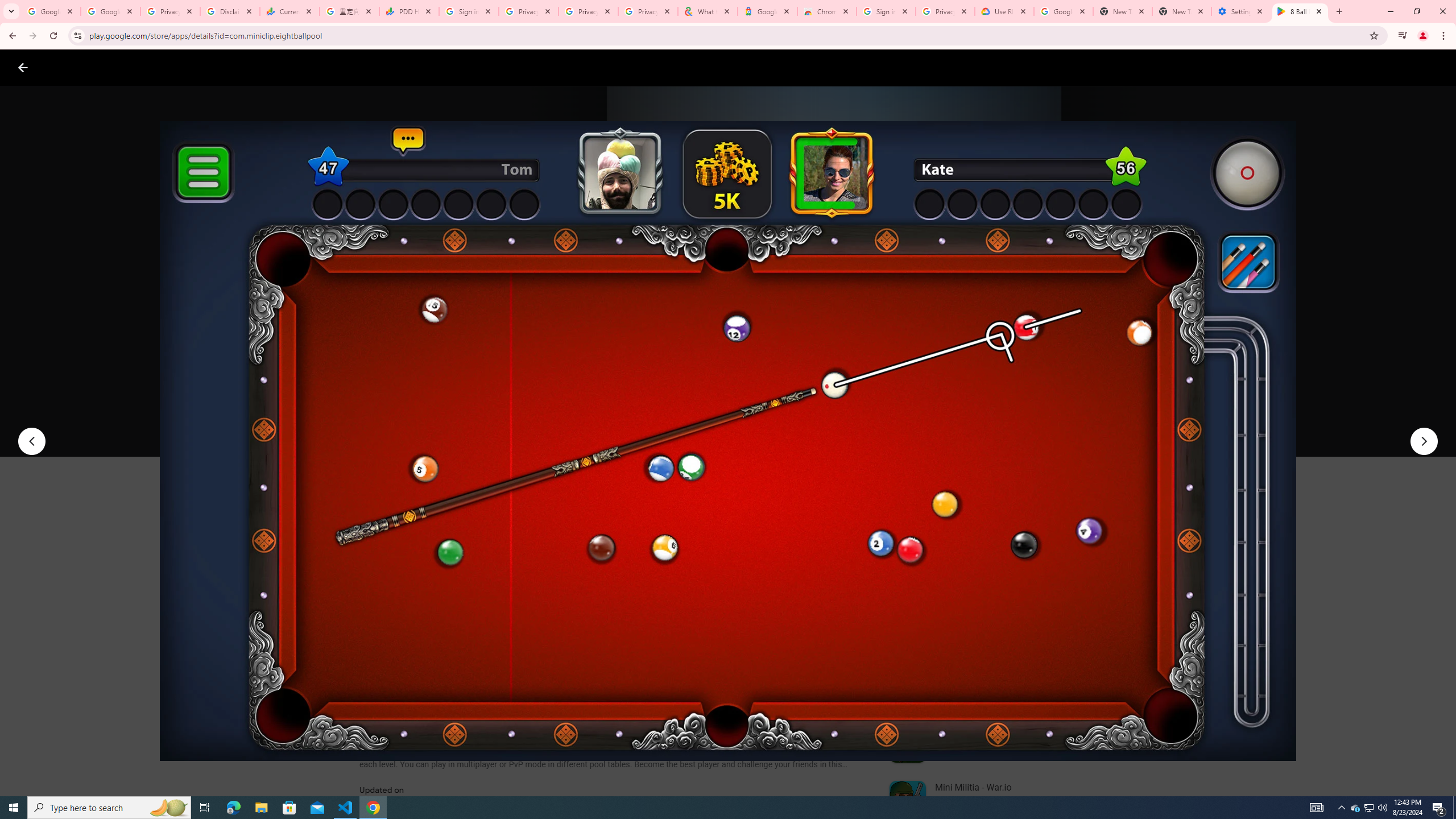 This screenshot has width=1456, height=819. Describe the element at coordinates (588, 11) in the screenshot. I see `'Privacy Checkup'` at that location.